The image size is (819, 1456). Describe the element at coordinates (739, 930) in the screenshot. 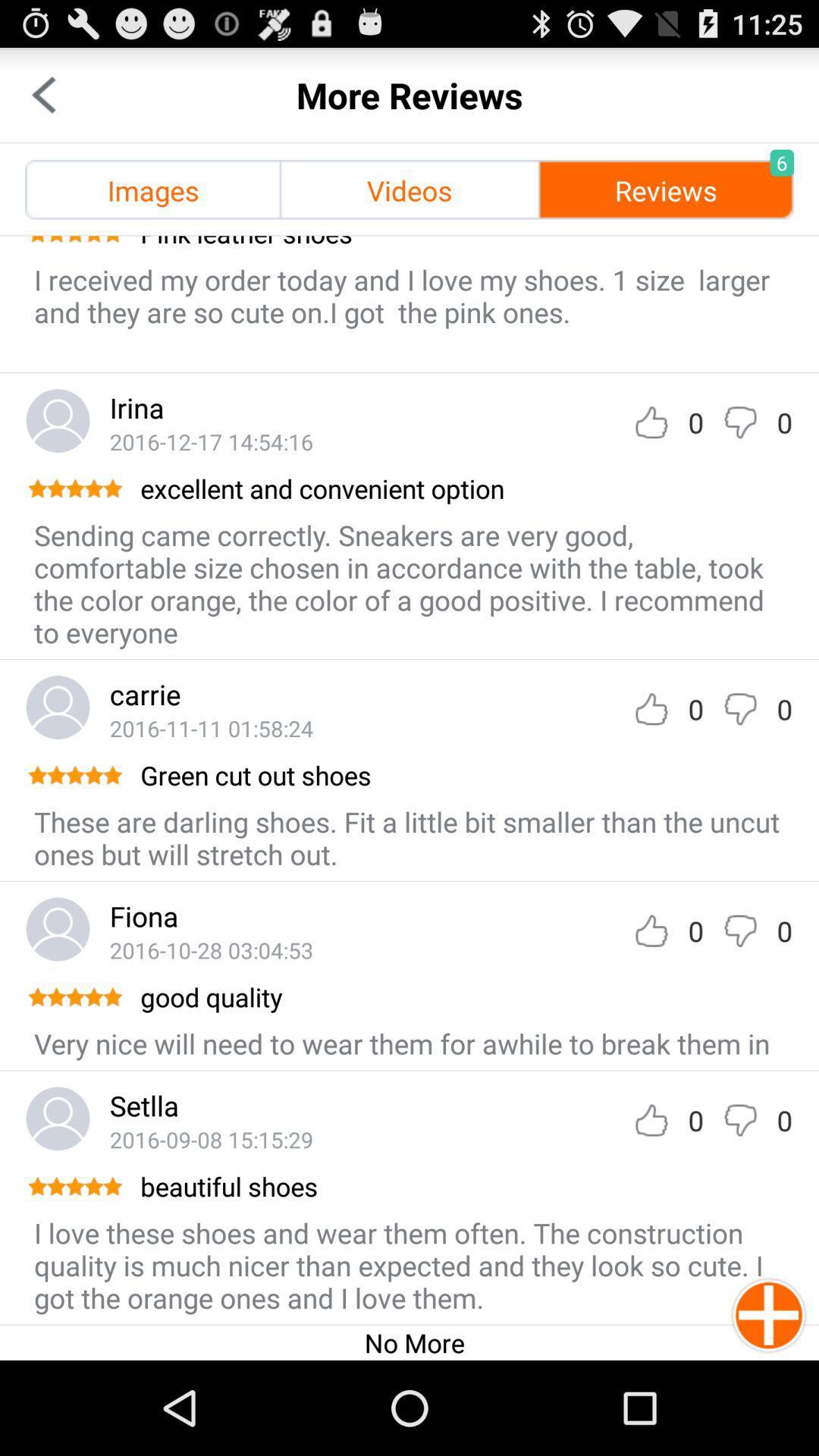

I see `dislike review` at that location.